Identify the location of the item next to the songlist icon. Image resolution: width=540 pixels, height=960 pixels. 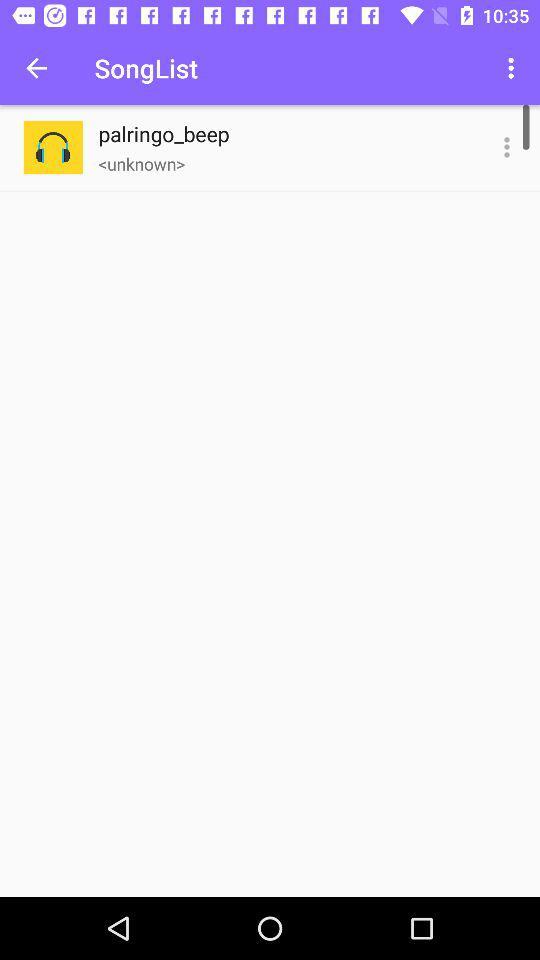
(513, 68).